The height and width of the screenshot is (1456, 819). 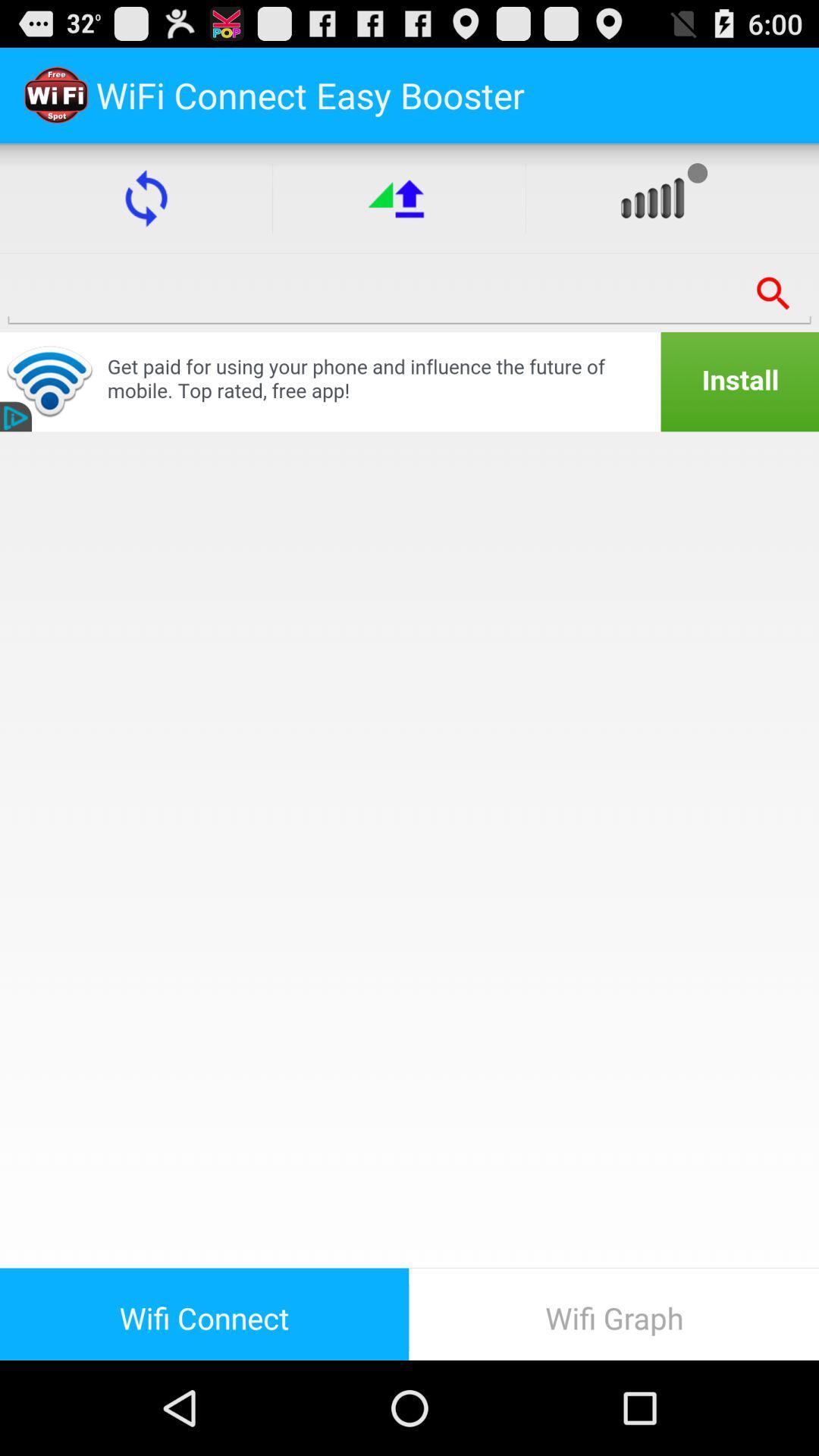 I want to click on the icon below wifi connect easy, so click(x=398, y=197).